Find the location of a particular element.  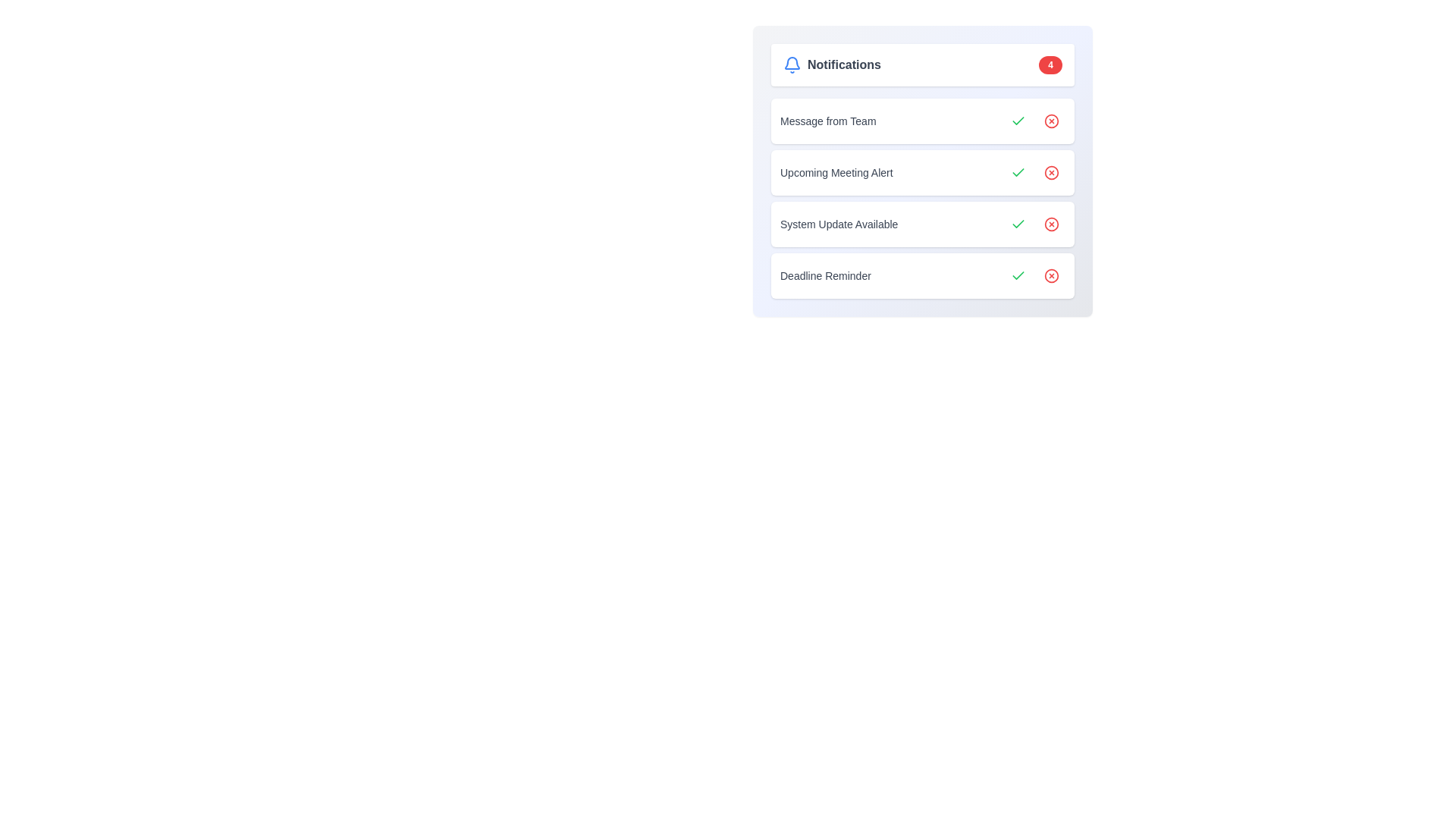

the circular red icon with an 'X' symbol inside is located at coordinates (1051, 224).